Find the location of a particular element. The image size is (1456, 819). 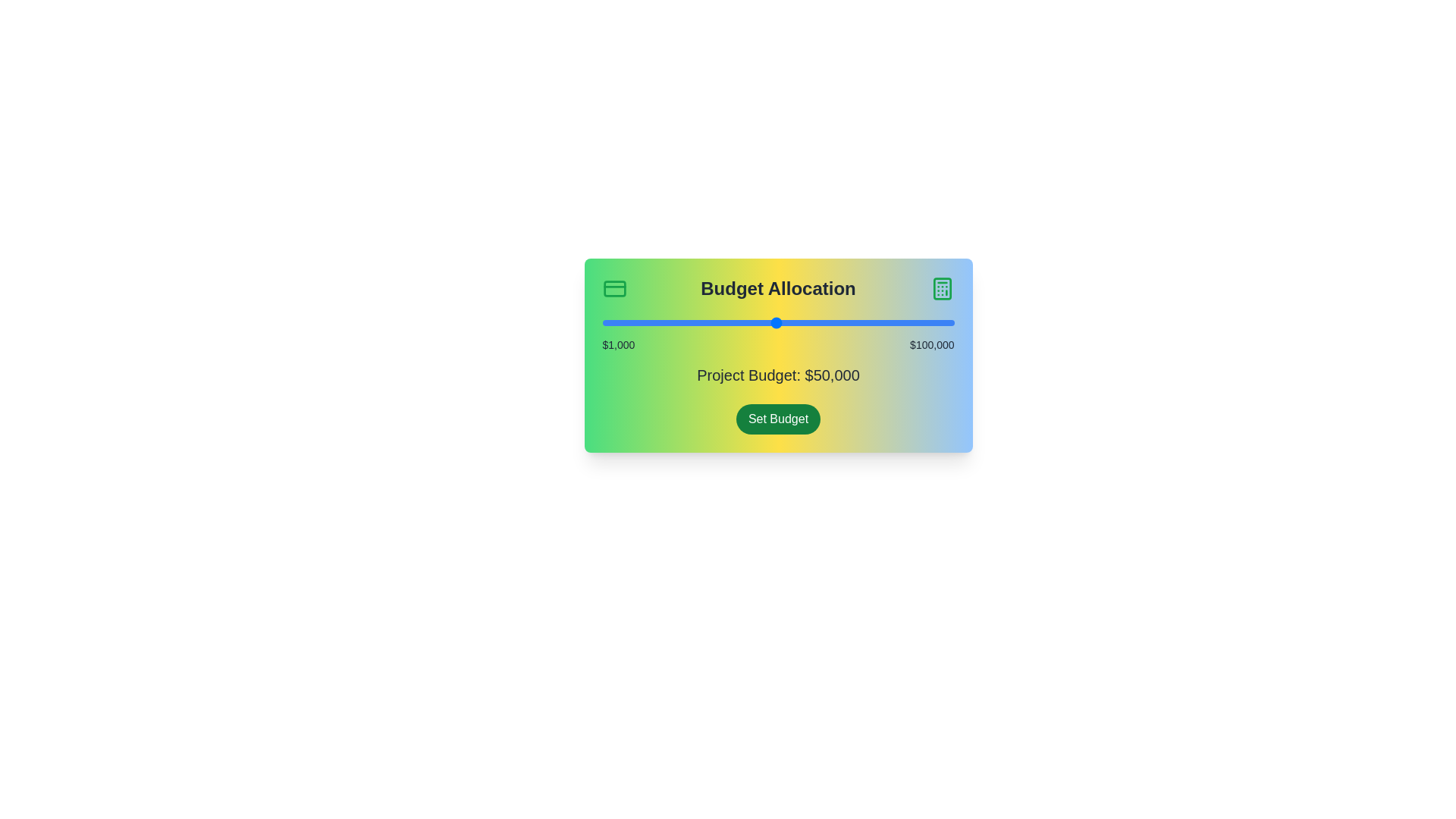

the slider to set the budget to 66144 is located at coordinates (833, 322).